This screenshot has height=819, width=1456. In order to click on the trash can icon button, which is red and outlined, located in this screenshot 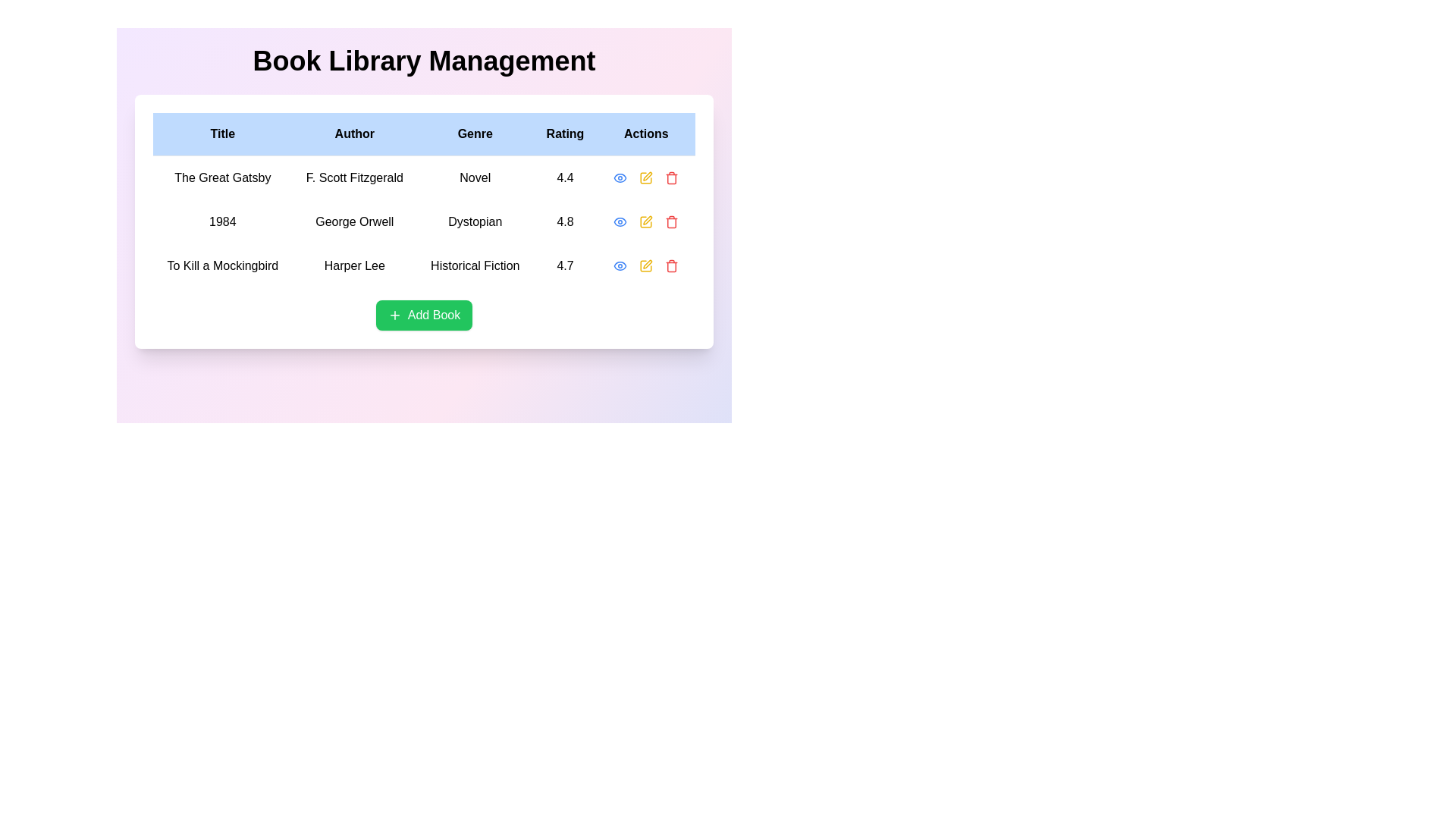, I will do `click(671, 177)`.